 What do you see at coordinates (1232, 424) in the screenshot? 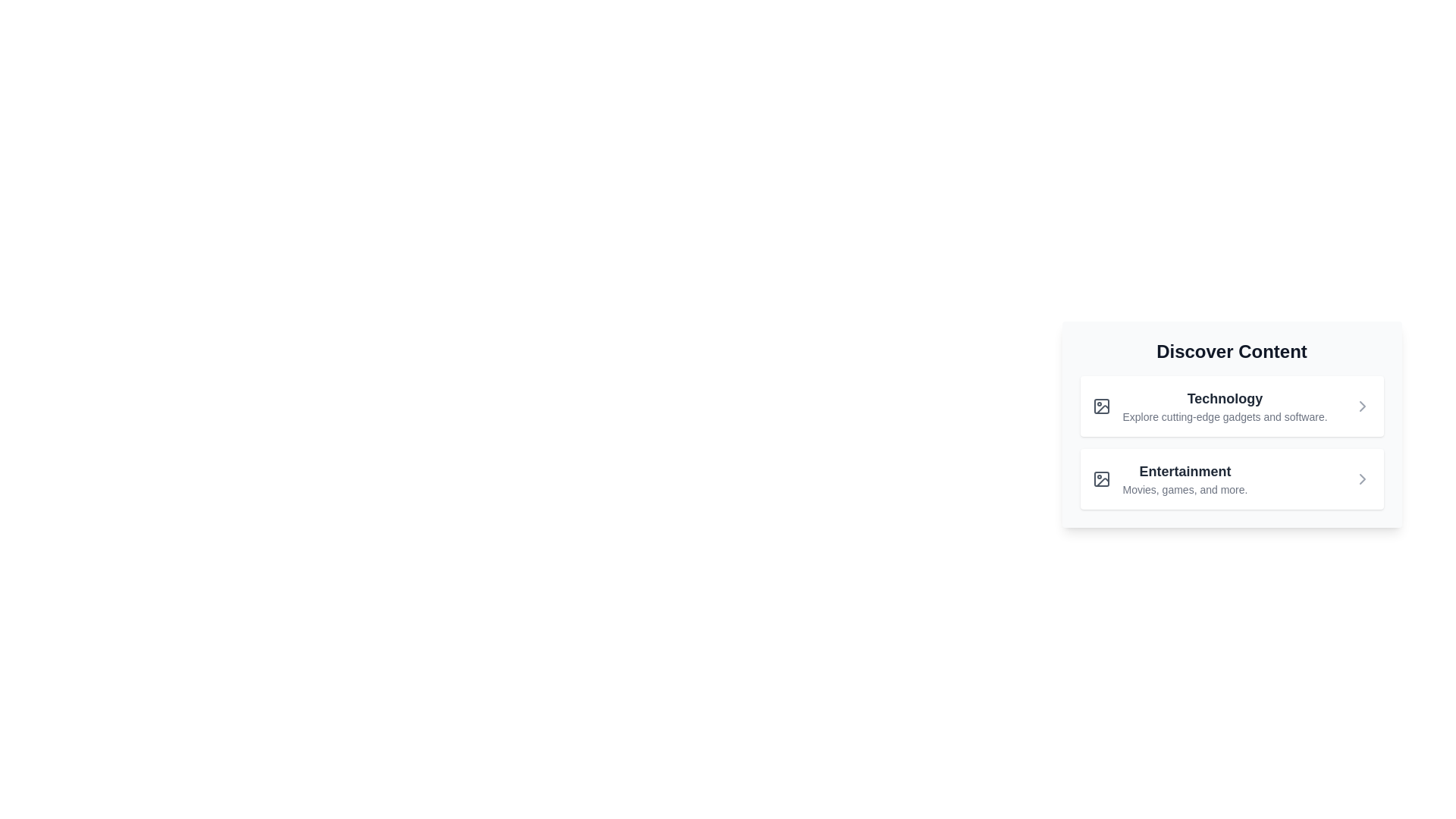
I see `specific entries within the Content card that organizes and presents clickable informational entries for users` at bounding box center [1232, 424].